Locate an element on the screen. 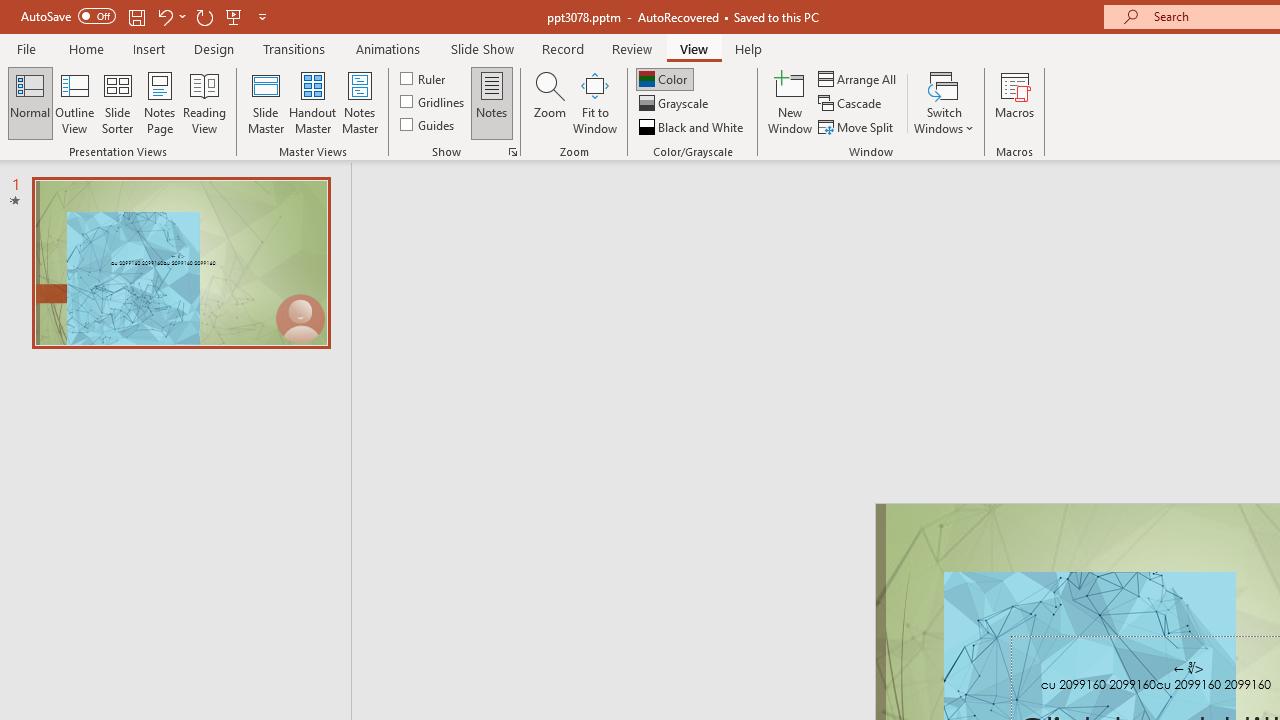 This screenshot has height=720, width=1280. 'Fit to Window' is located at coordinates (594, 103).